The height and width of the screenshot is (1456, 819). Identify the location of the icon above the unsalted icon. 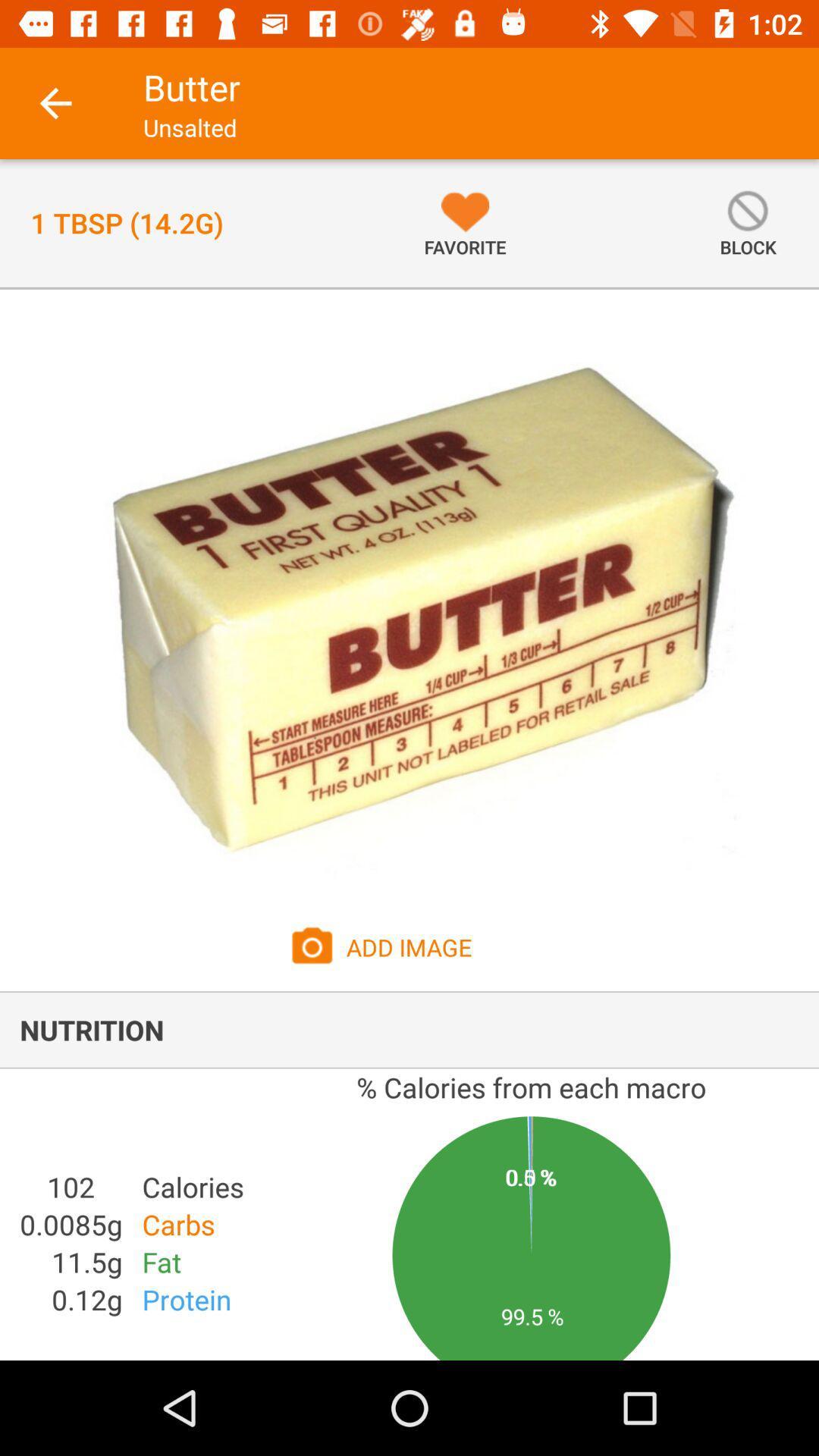
(190, 86).